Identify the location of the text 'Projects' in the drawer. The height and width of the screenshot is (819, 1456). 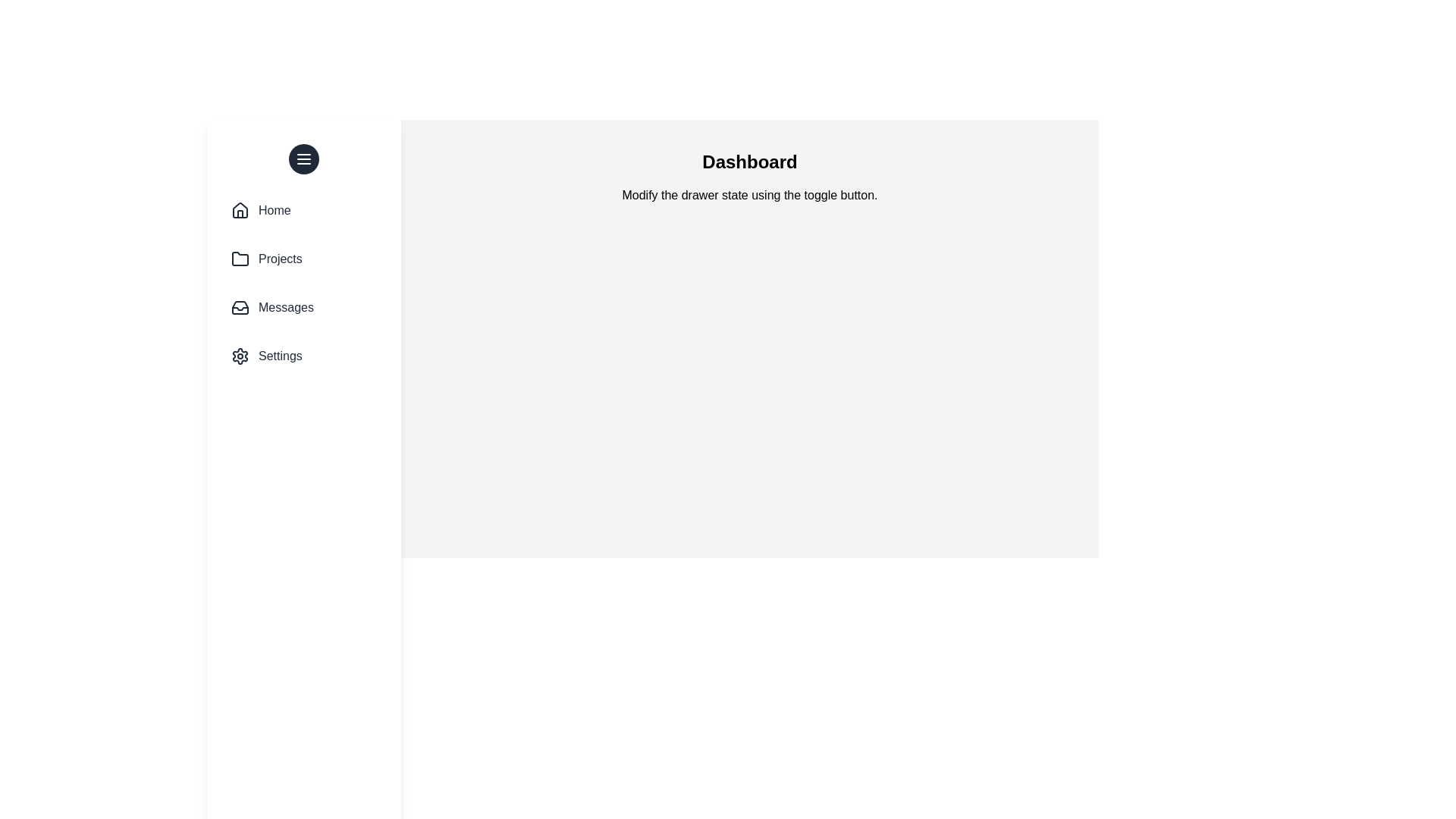
(280, 259).